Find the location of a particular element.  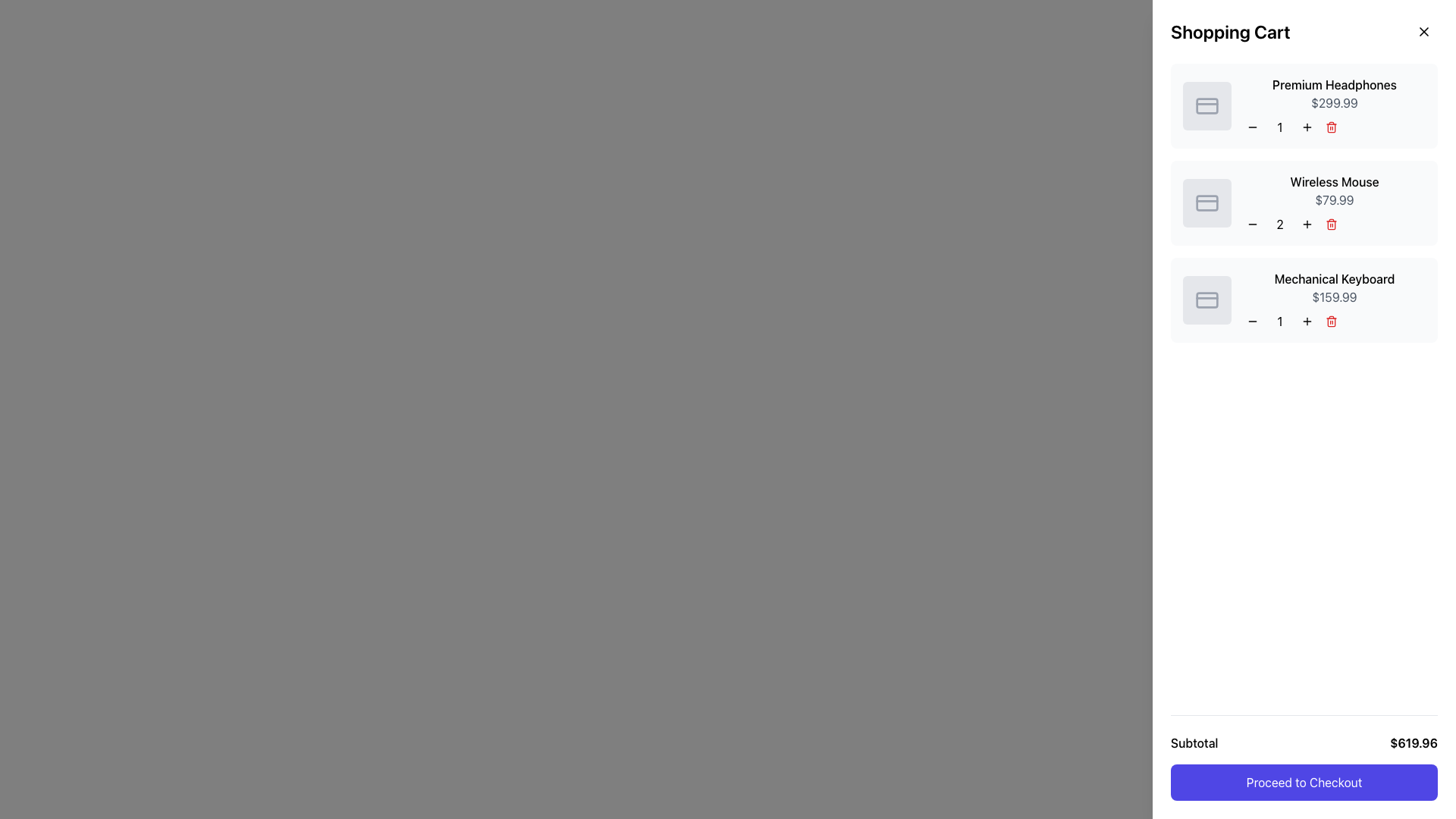

the delete icon button located to the right of the Wireless Mouse item in the shopping cart is located at coordinates (1331, 224).